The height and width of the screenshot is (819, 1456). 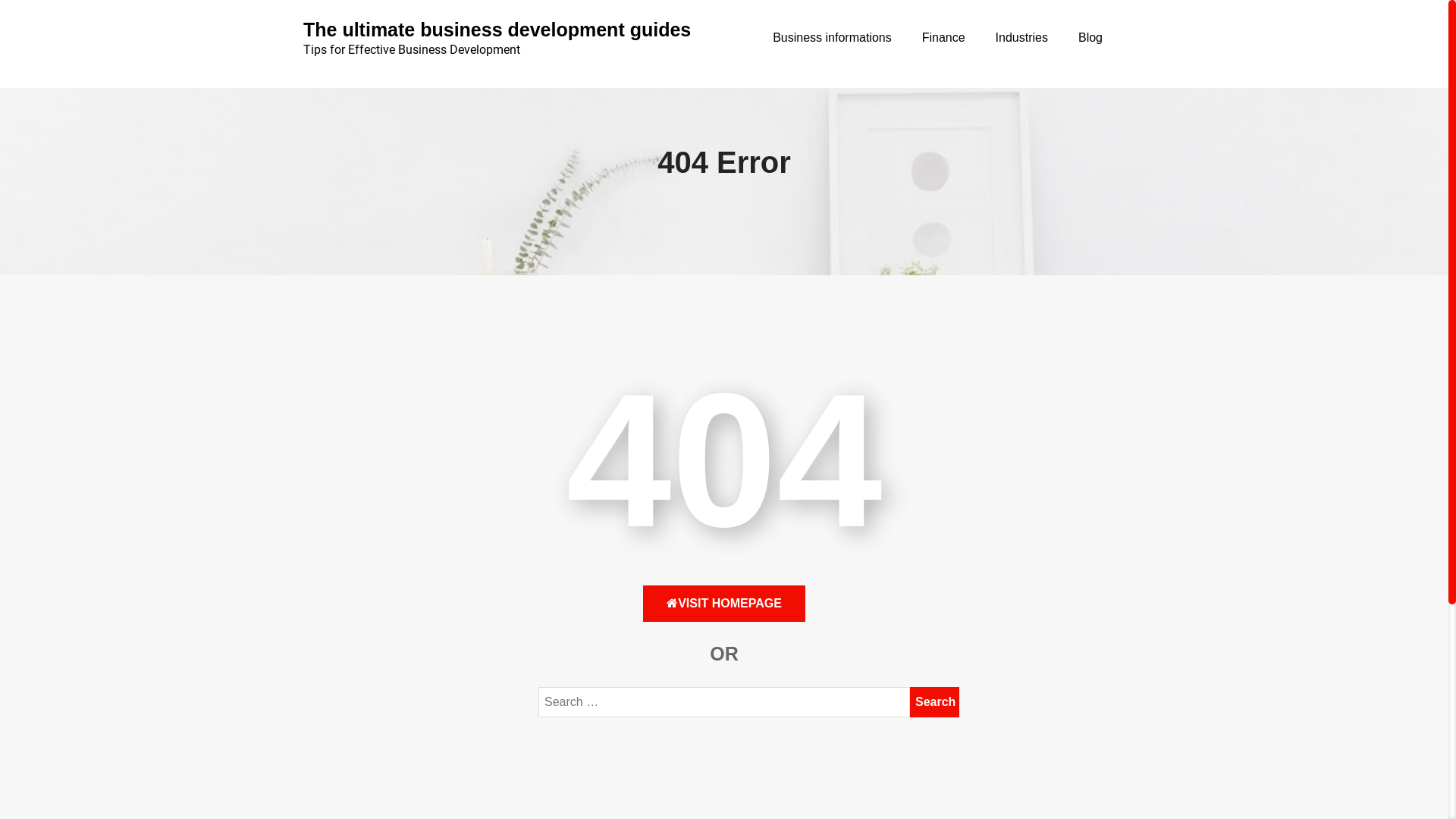 What do you see at coordinates (934, 701) in the screenshot?
I see `'Search'` at bounding box center [934, 701].